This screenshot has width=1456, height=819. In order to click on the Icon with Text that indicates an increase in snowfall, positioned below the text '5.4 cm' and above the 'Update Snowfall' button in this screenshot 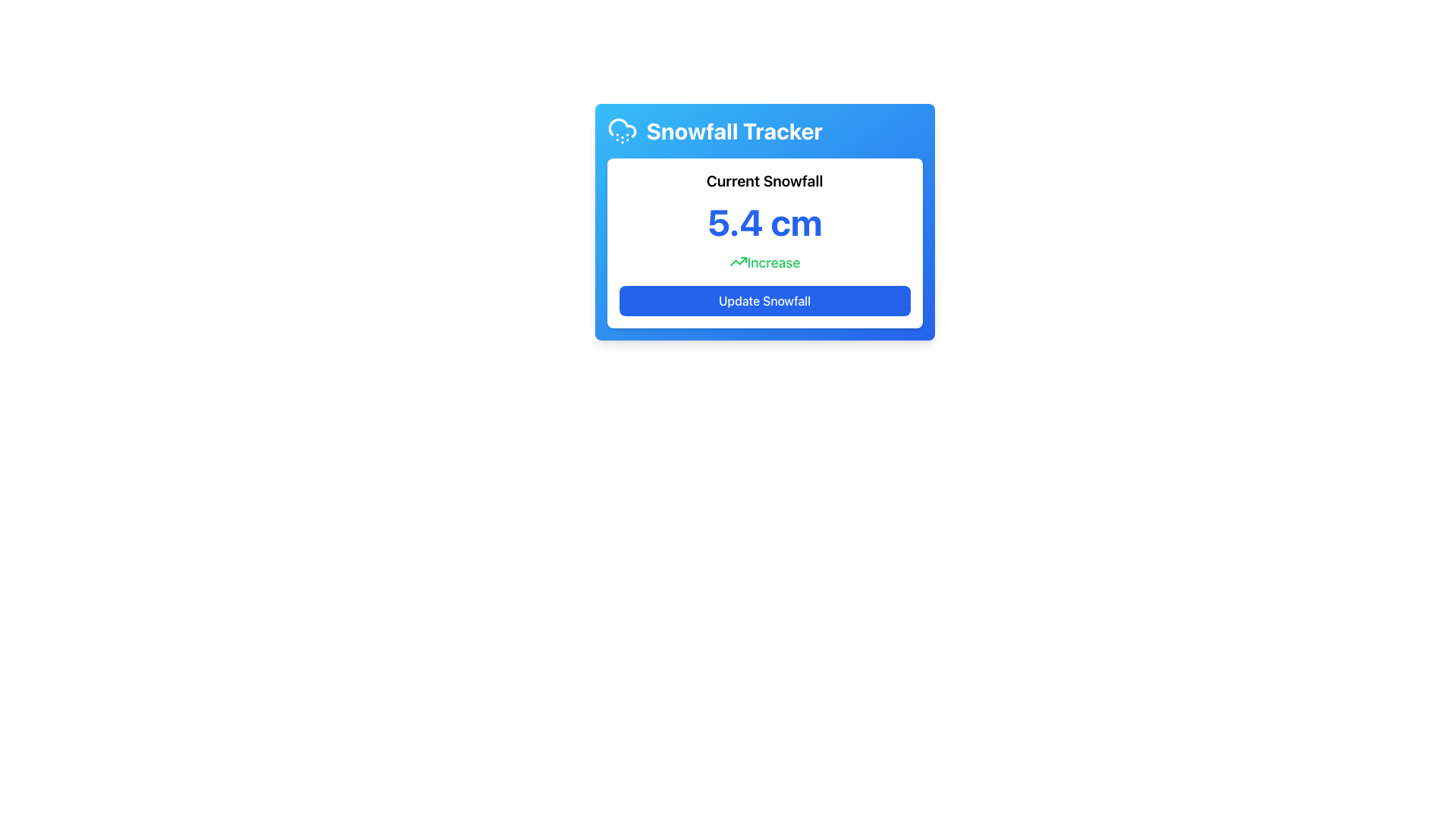, I will do `click(764, 262)`.